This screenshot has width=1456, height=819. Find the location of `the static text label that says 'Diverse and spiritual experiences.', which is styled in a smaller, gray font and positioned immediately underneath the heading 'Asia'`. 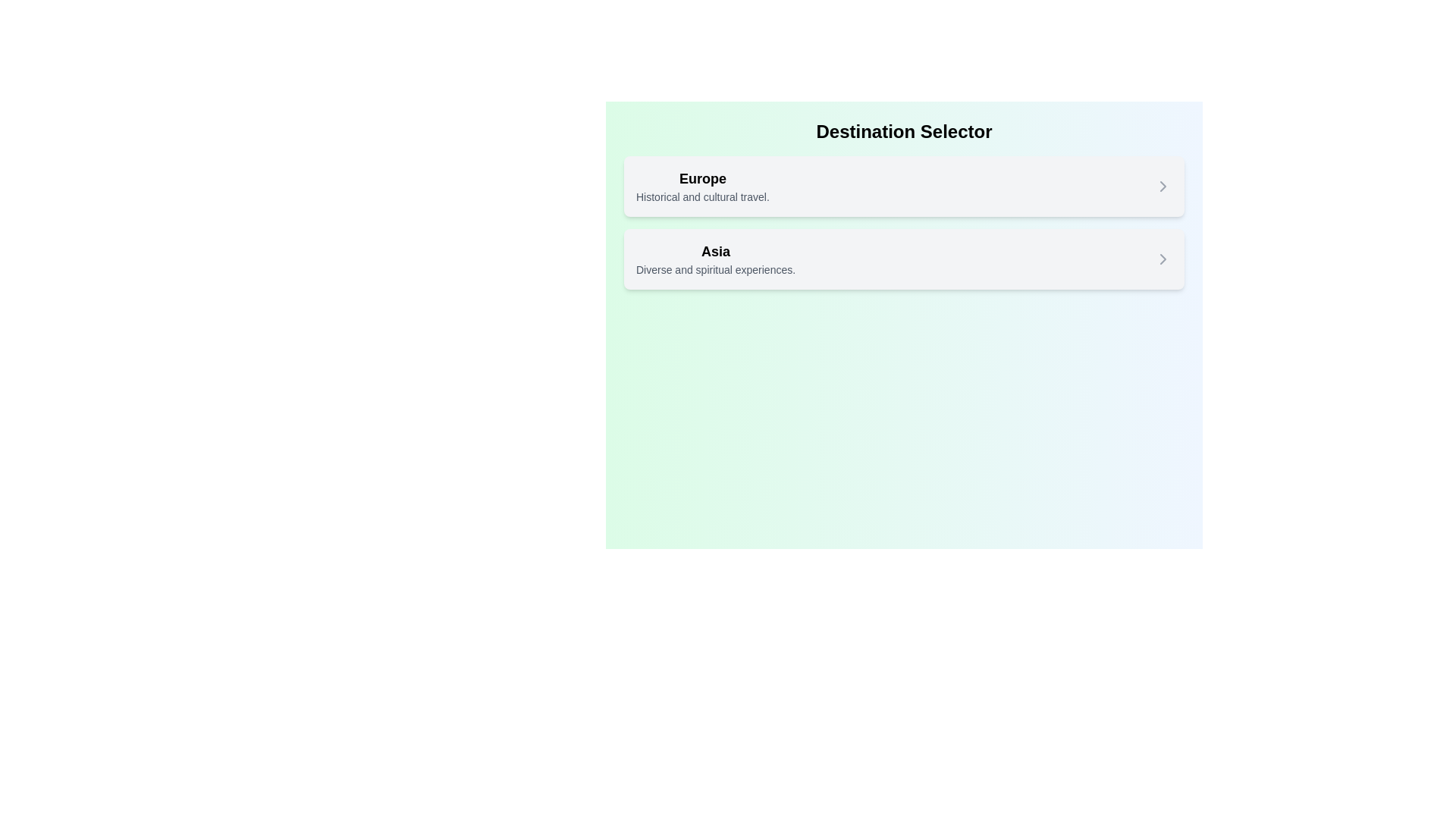

the static text label that says 'Diverse and spiritual experiences.', which is styled in a smaller, gray font and positioned immediately underneath the heading 'Asia' is located at coordinates (715, 268).